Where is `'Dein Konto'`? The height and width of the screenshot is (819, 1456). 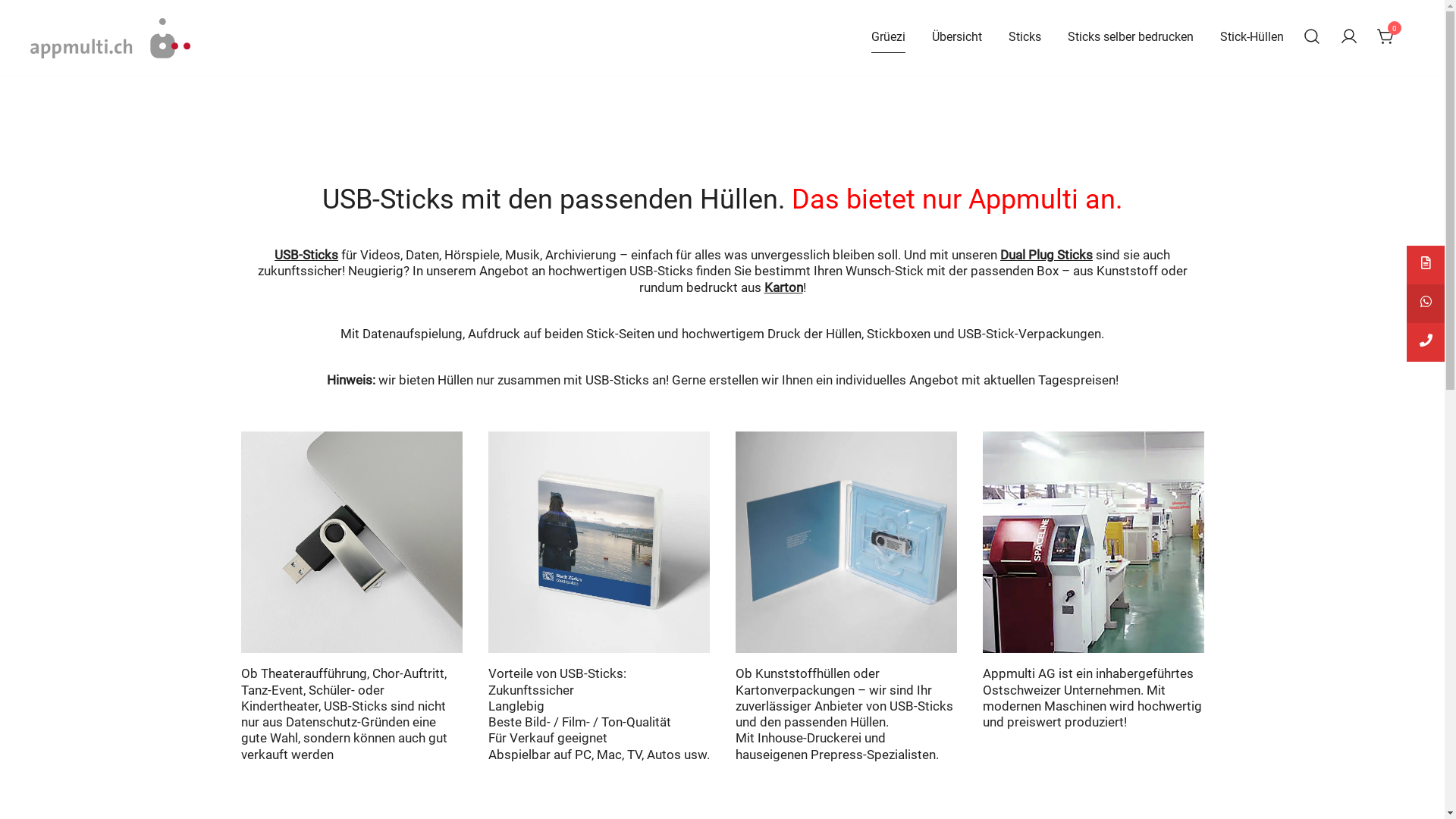
'Dein Konto' is located at coordinates (1349, 36).